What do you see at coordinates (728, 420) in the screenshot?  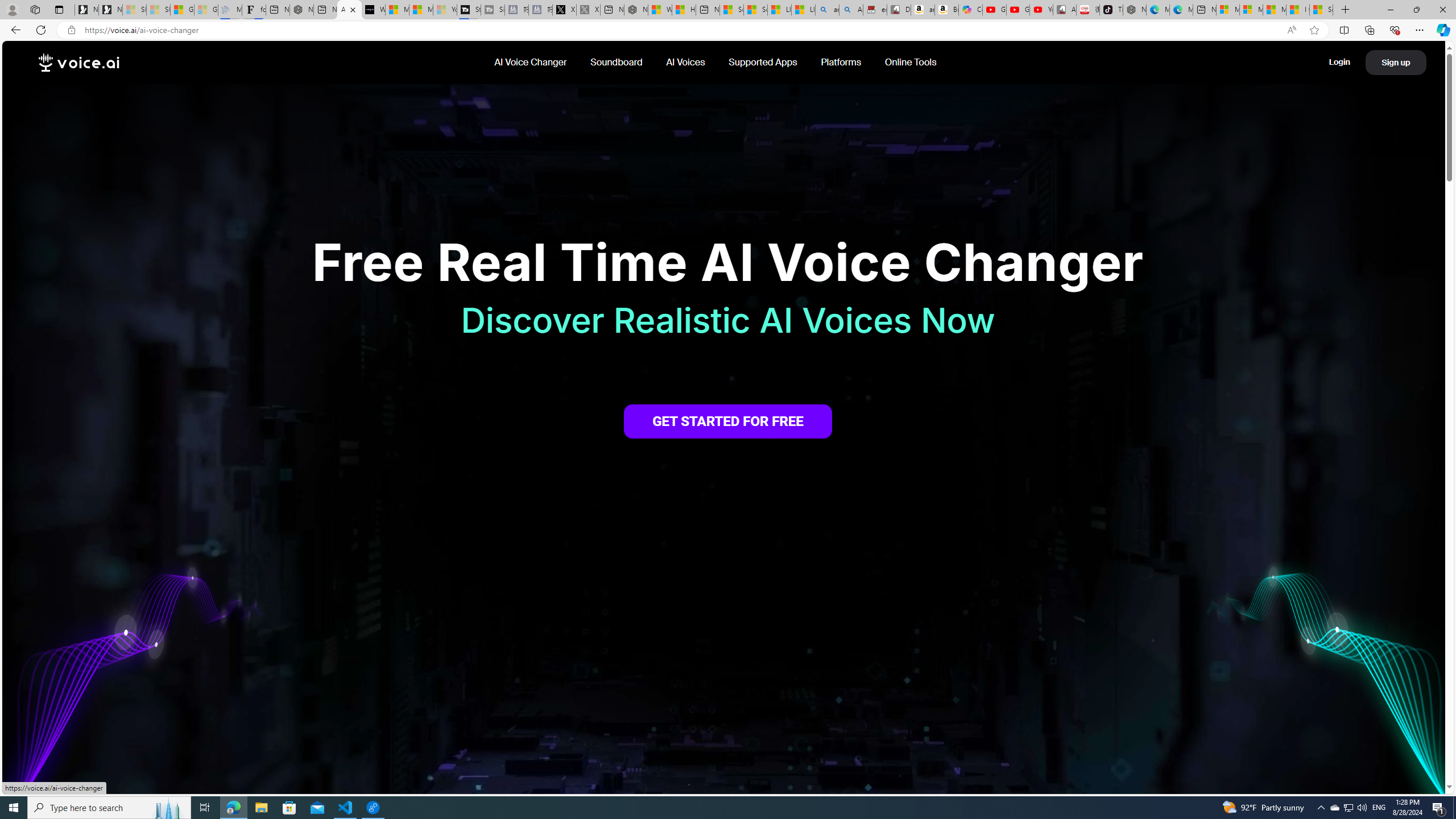 I see `'GET STARTED FOR FREE'` at bounding box center [728, 420].